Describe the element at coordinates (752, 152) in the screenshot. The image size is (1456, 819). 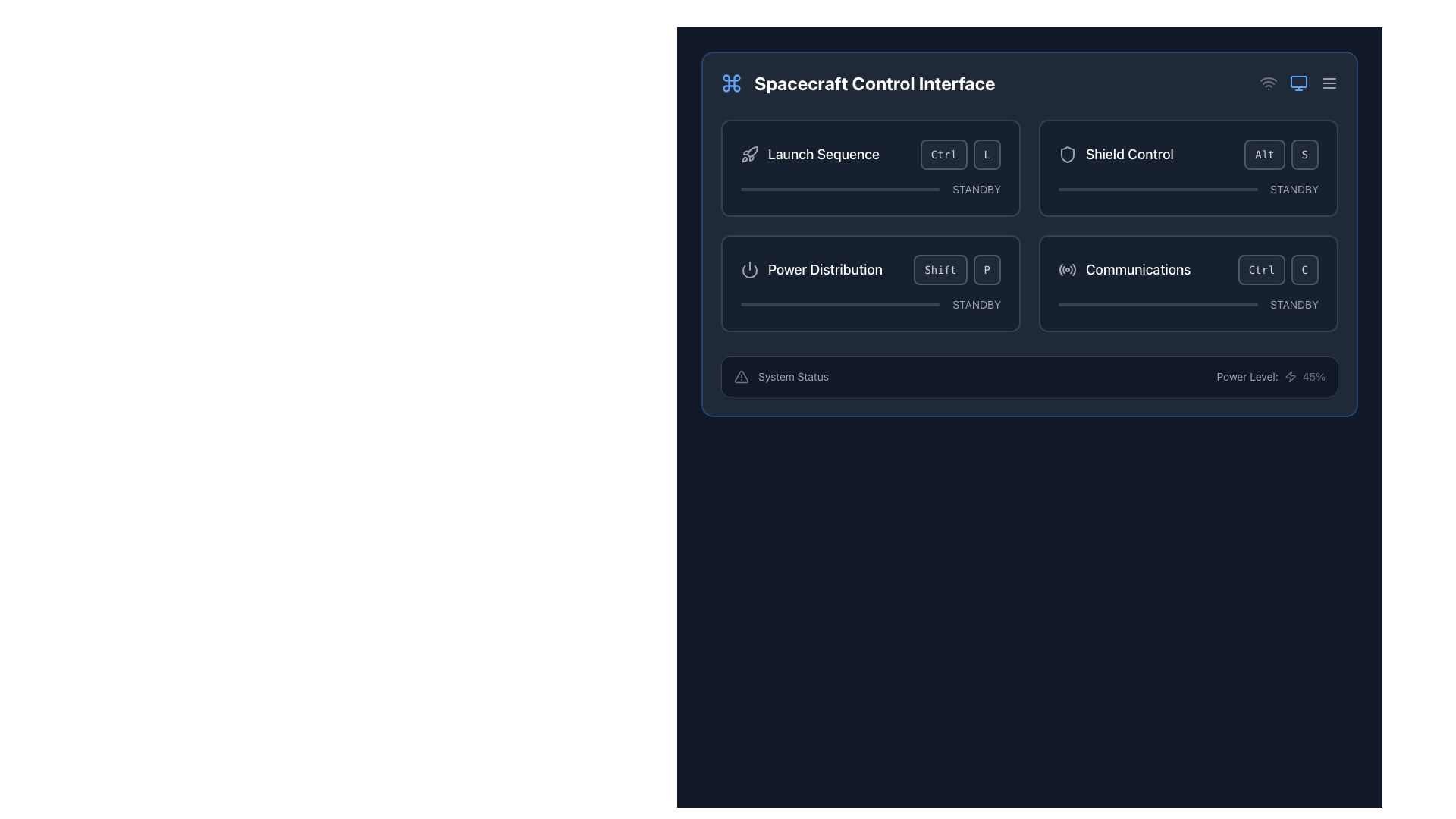
I see `the 'Launch Sequence' button which contains an icon signifying the action of launching or initiating sequences, located in the upper left corner of the button` at that location.